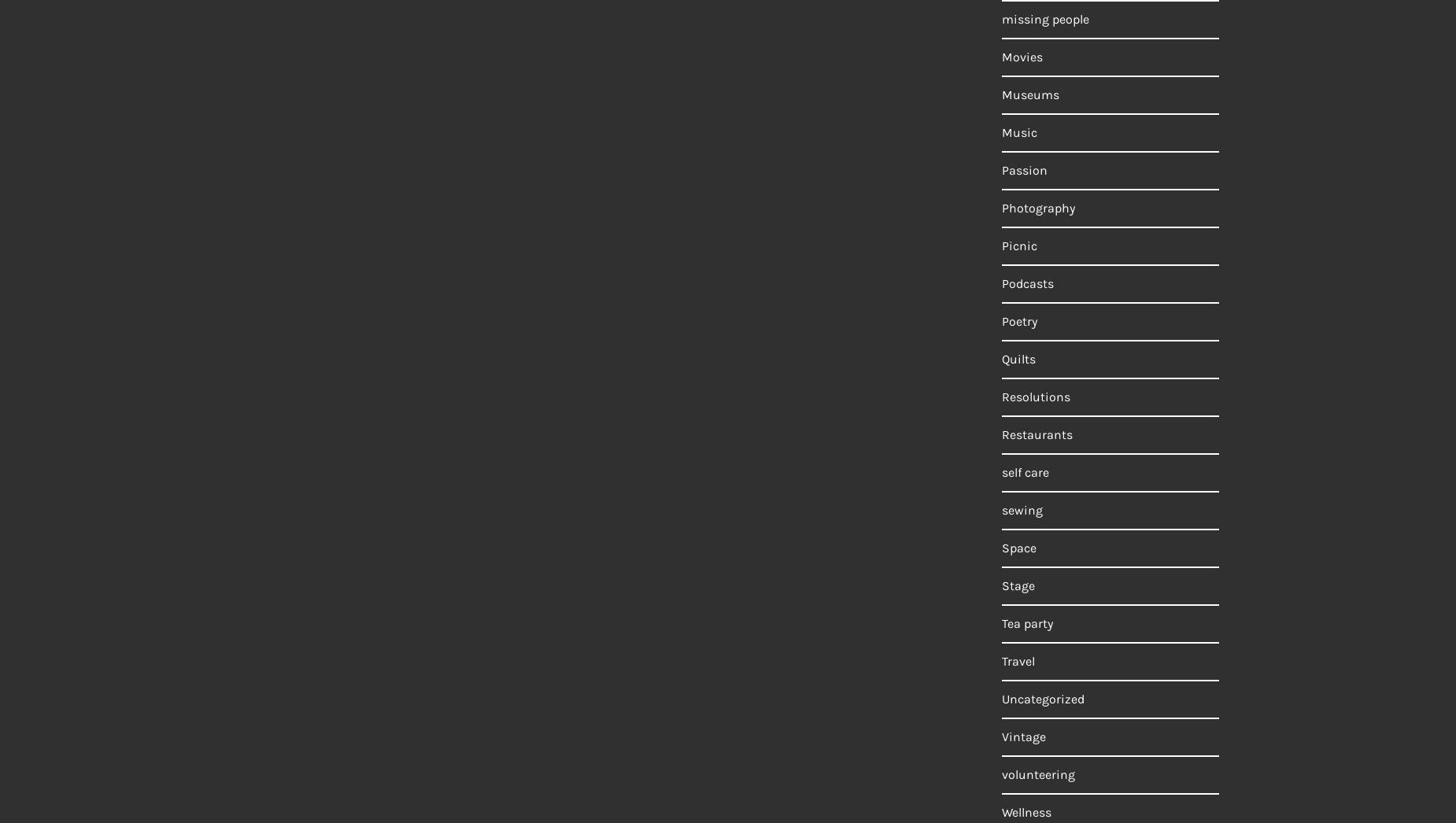 This screenshot has height=823, width=1456. I want to click on 'Poetry', so click(1018, 321).